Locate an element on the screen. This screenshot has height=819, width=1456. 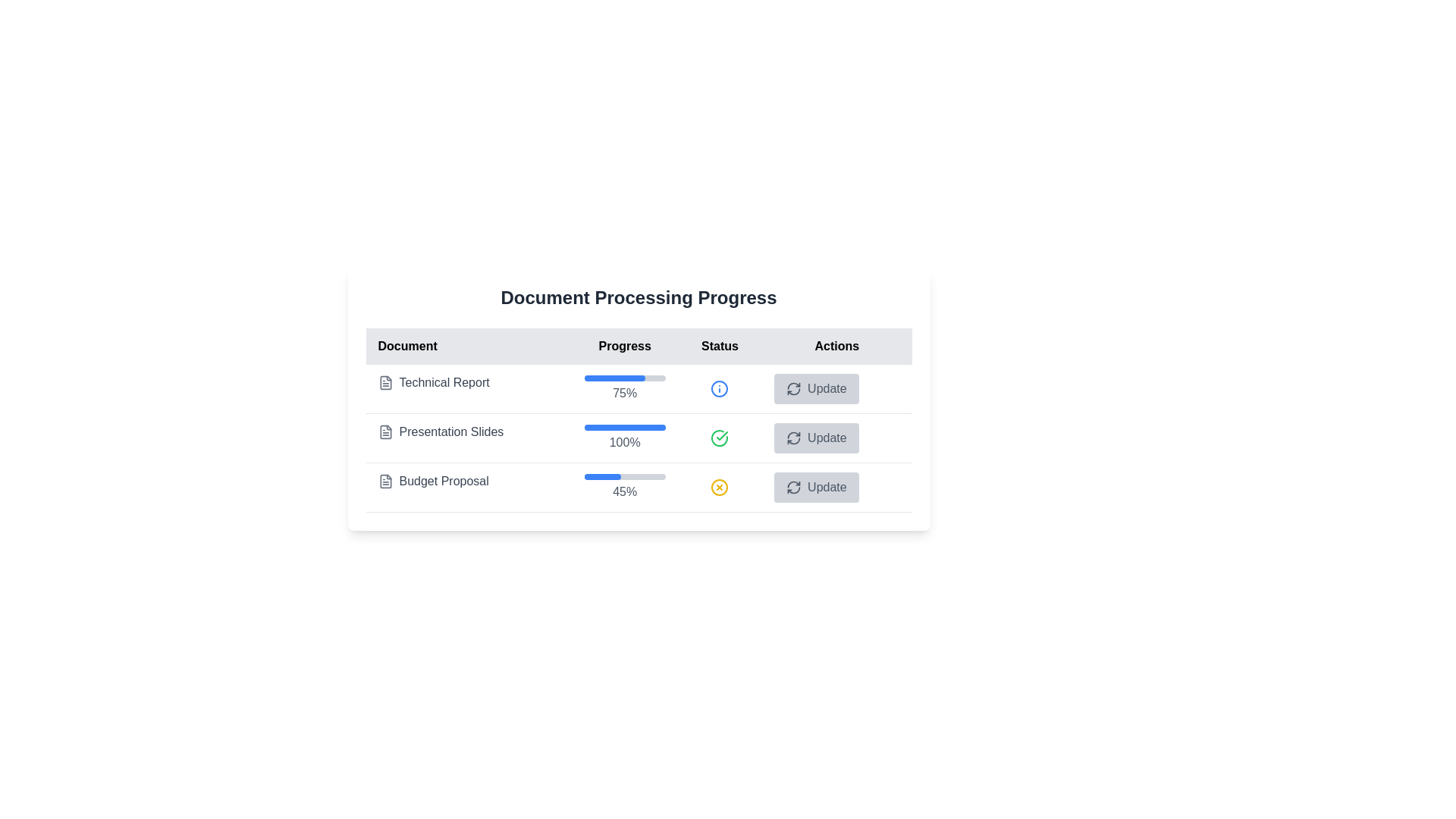
the 'Update' button with a refresh icon located in the 'Actions' column of the 'Document Processing Progress' table is located at coordinates (815, 388).